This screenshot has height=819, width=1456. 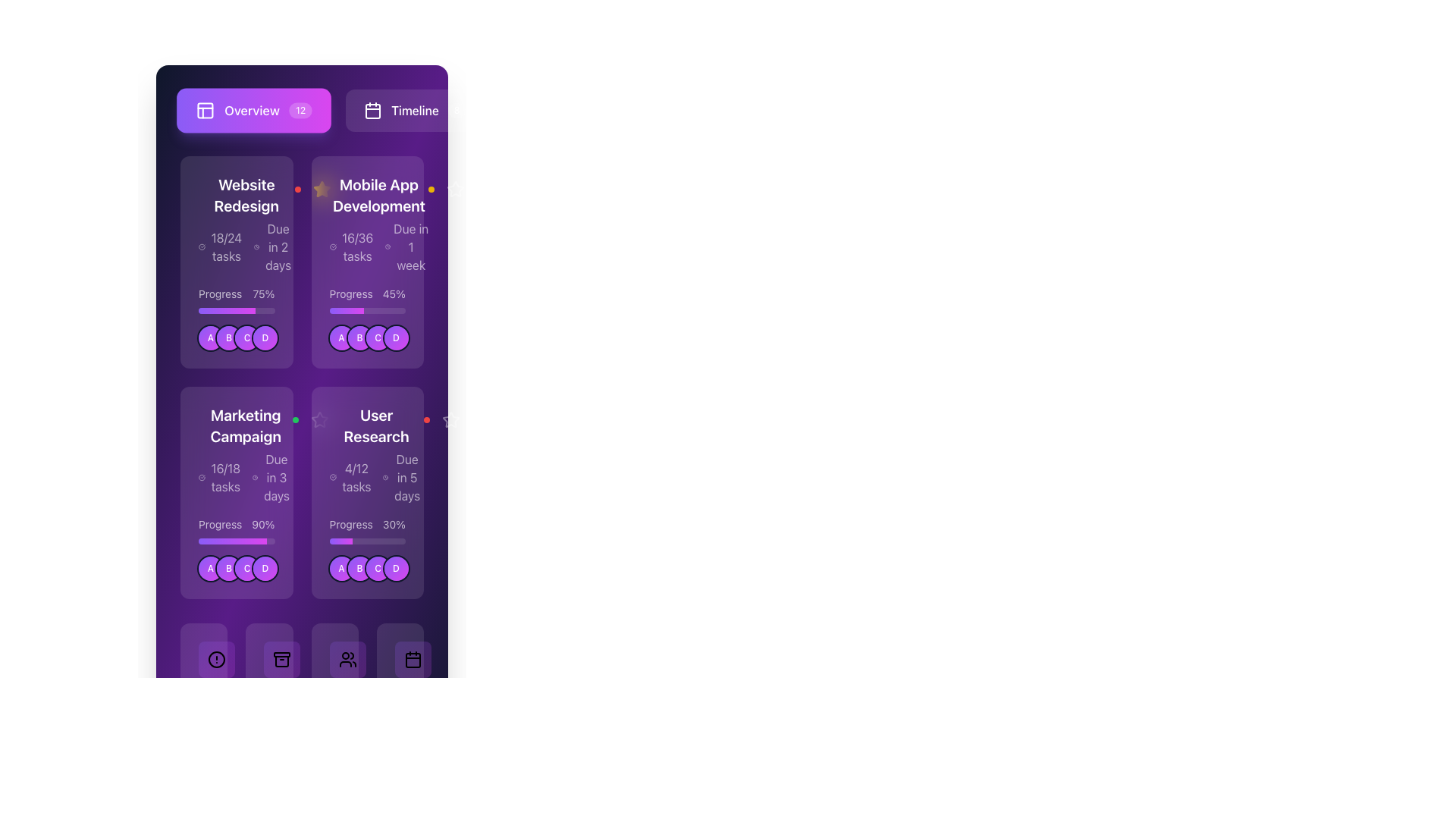 What do you see at coordinates (274, 246) in the screenshot?
I see `the label indicating the deadline for the 'Website Redesign' project, which is located to the right of '18/24 tasks' and above the progress bar` at bounding box center [274, 246].